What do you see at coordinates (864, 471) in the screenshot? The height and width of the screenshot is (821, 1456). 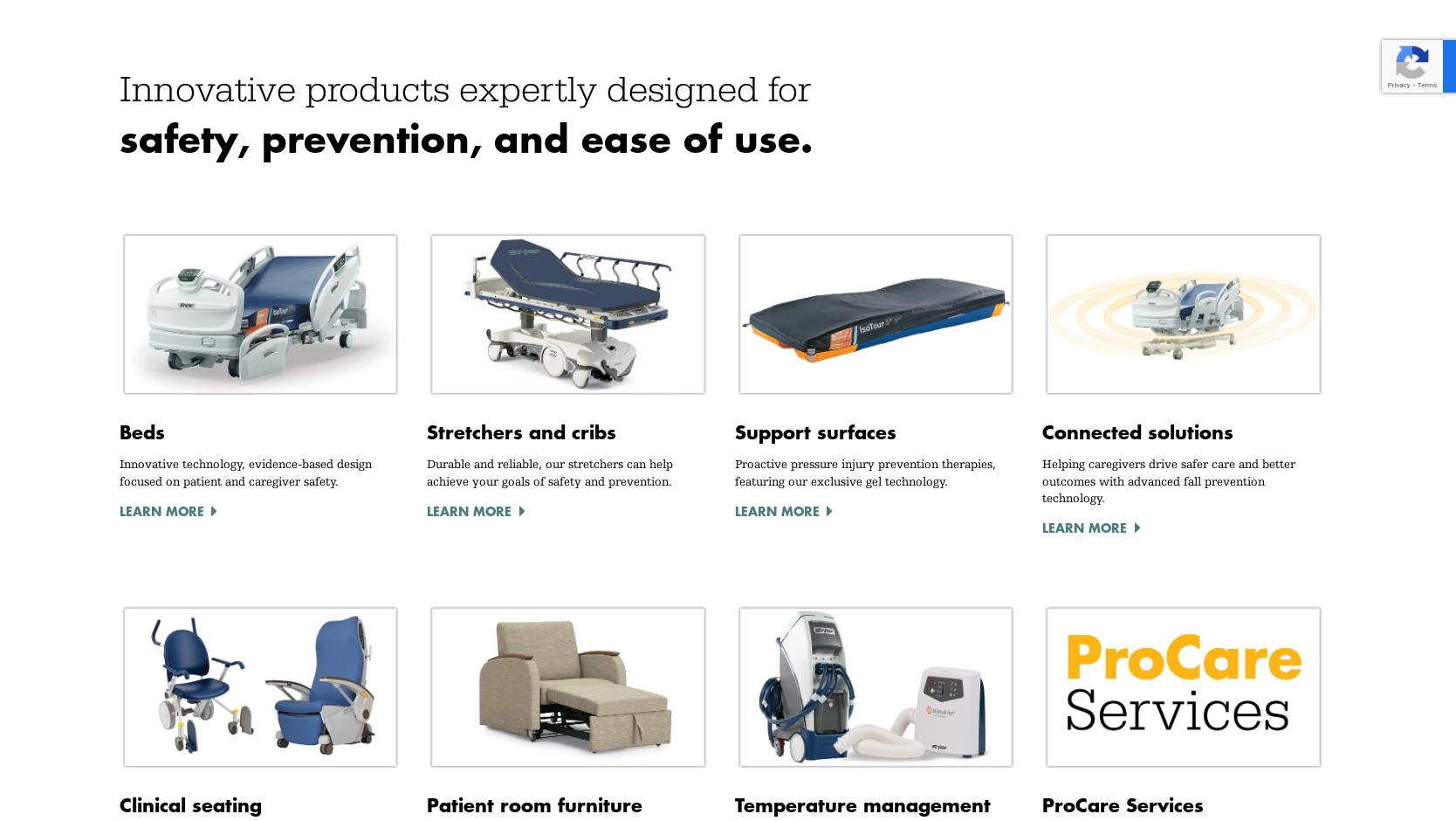 I see `'Proactive pressure injury prevention therapies, featuring our exclusive gel technology.'` at bounding box center [864, 471].